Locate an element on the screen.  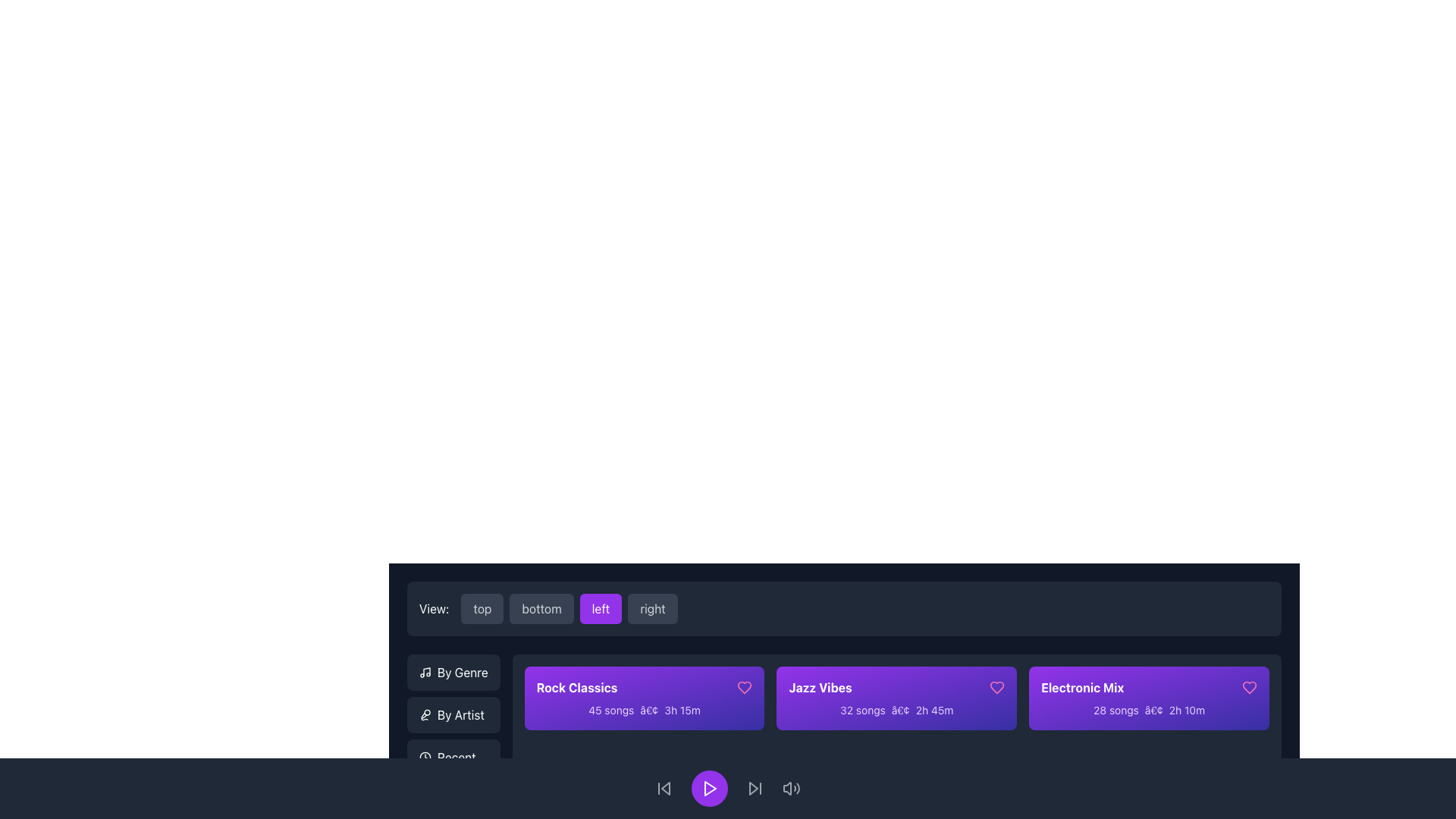
the last button in the vertical list on the left side of the interface, located under the 'By Artist' button and above the 'Rock Classics' section is located at coordinates (453, 758).